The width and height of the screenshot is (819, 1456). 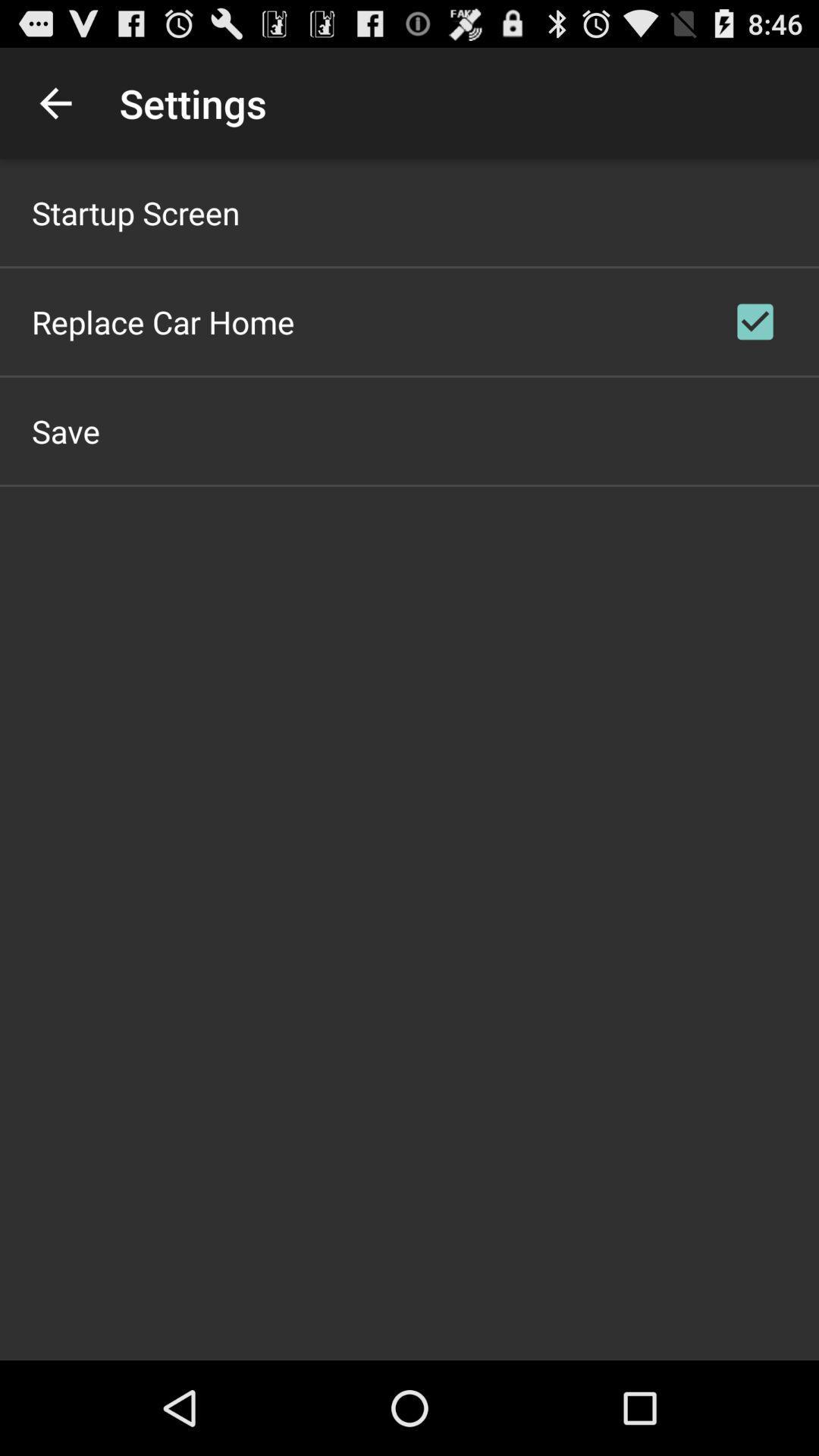 What do you see at coordinates (135, 212) in the screenshot?
I see `app above replace car home item` at bounding box center [135, 212].